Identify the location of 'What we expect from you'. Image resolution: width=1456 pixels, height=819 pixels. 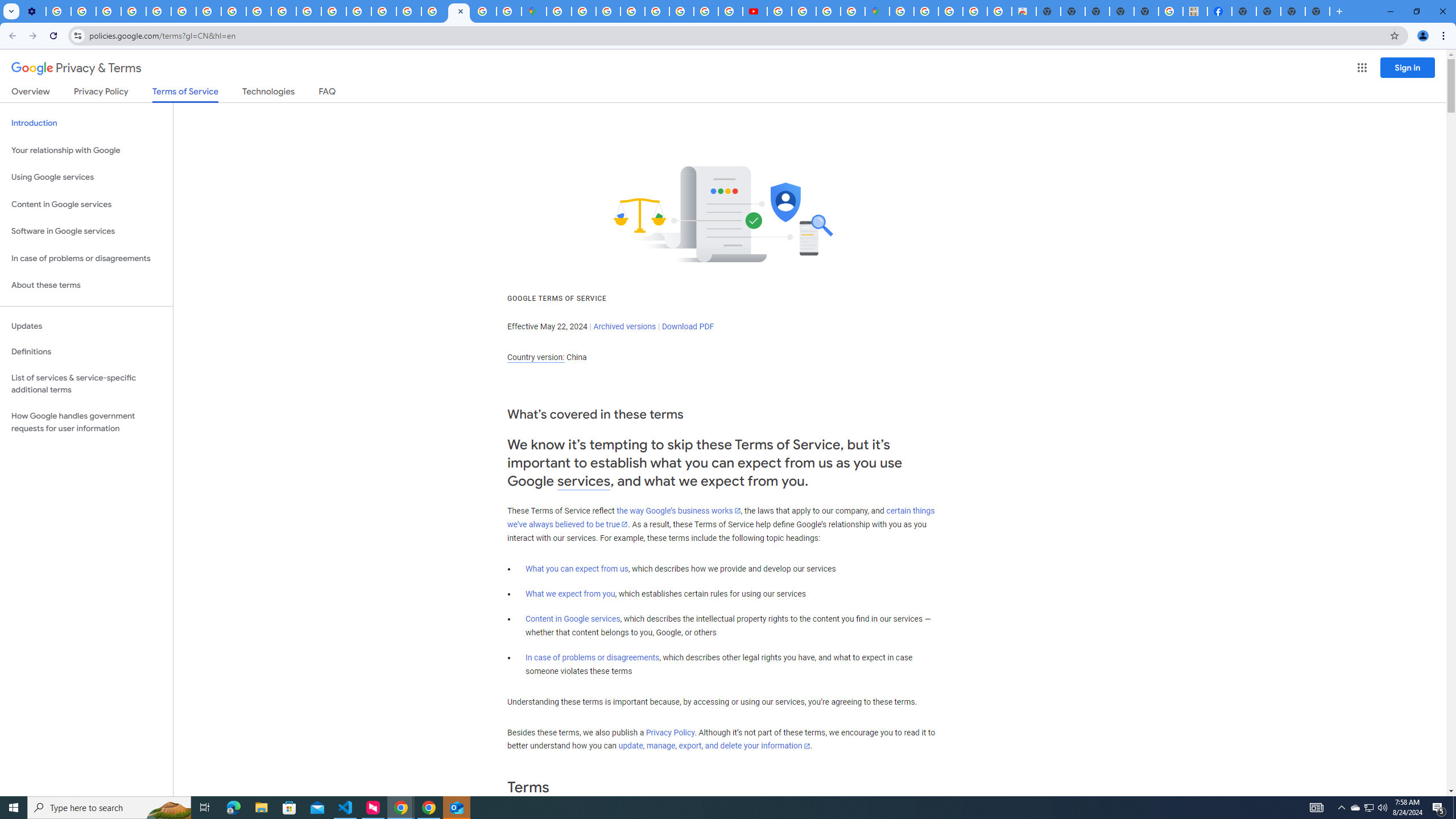
(570, 593).